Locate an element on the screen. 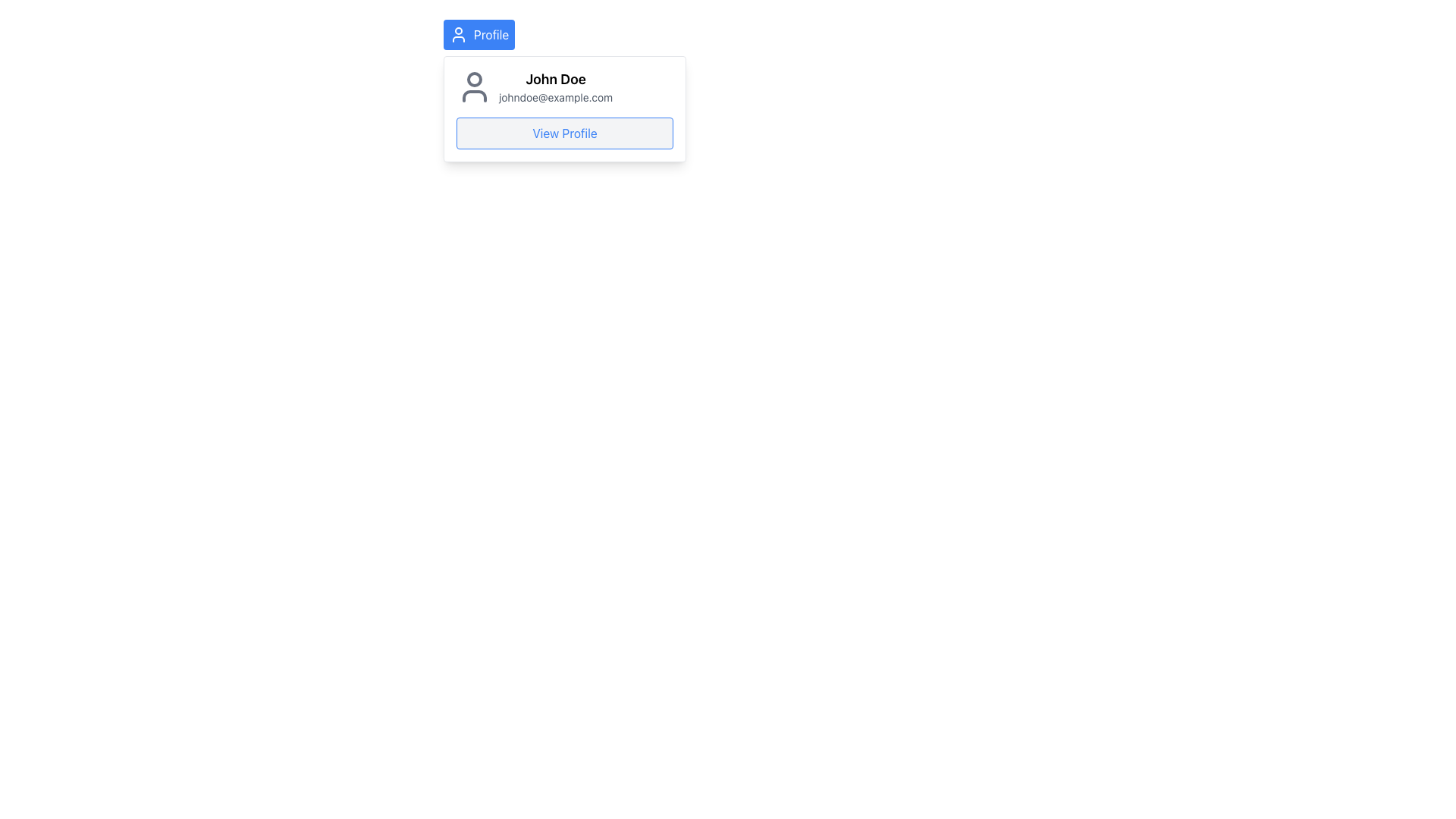 This screenshot has width=1456, height=819. the 'Profile' button with a blue background and white text is located at coordinates (479, 34).